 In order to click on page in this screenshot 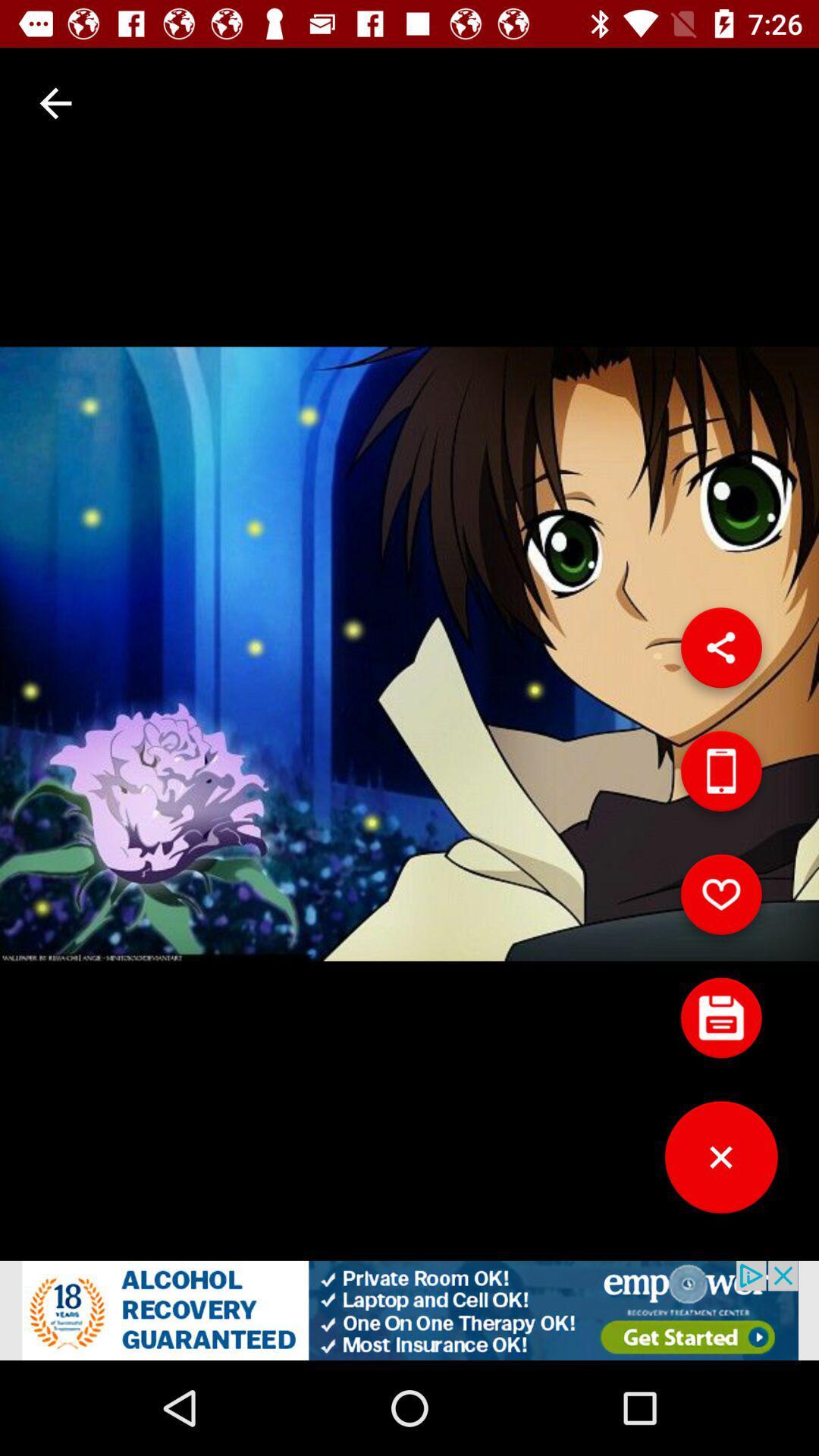, I will do `click(720, 1163)`.